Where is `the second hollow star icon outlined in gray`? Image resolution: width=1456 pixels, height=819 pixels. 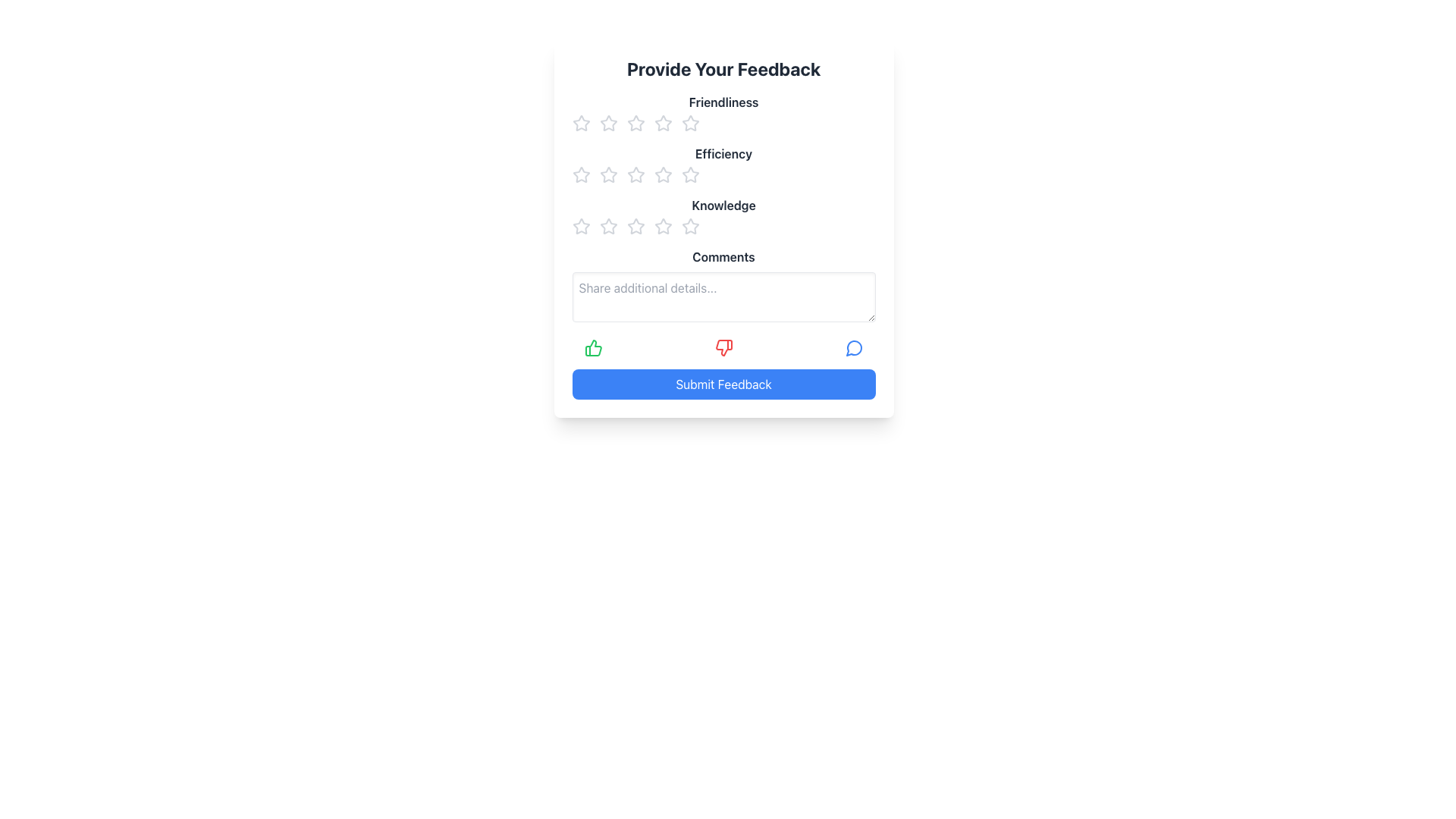 the second hollow star icon outlined in gray is located at coordinates (608, 174).